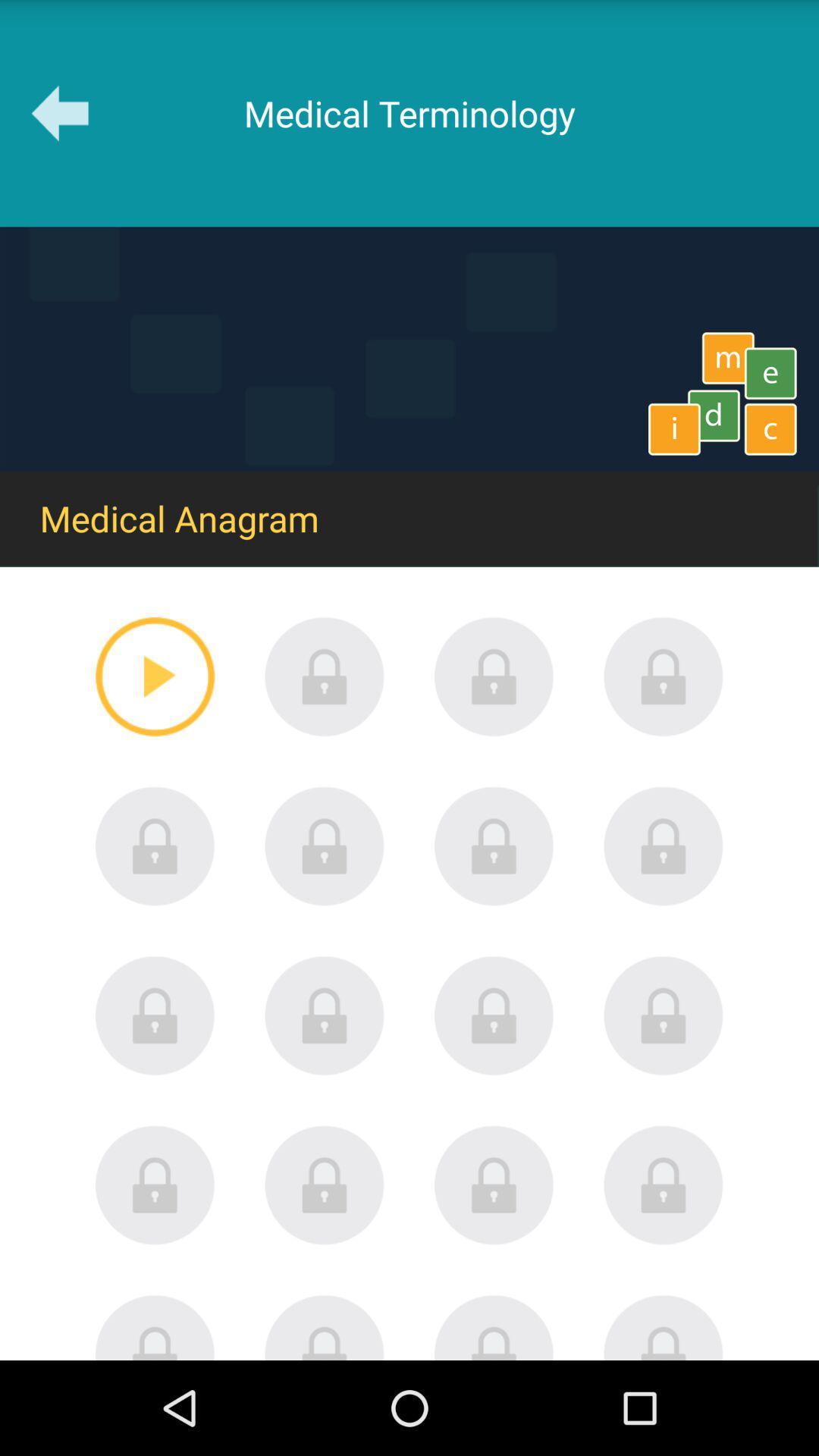  I want to click on selected item, so click(155, 676).